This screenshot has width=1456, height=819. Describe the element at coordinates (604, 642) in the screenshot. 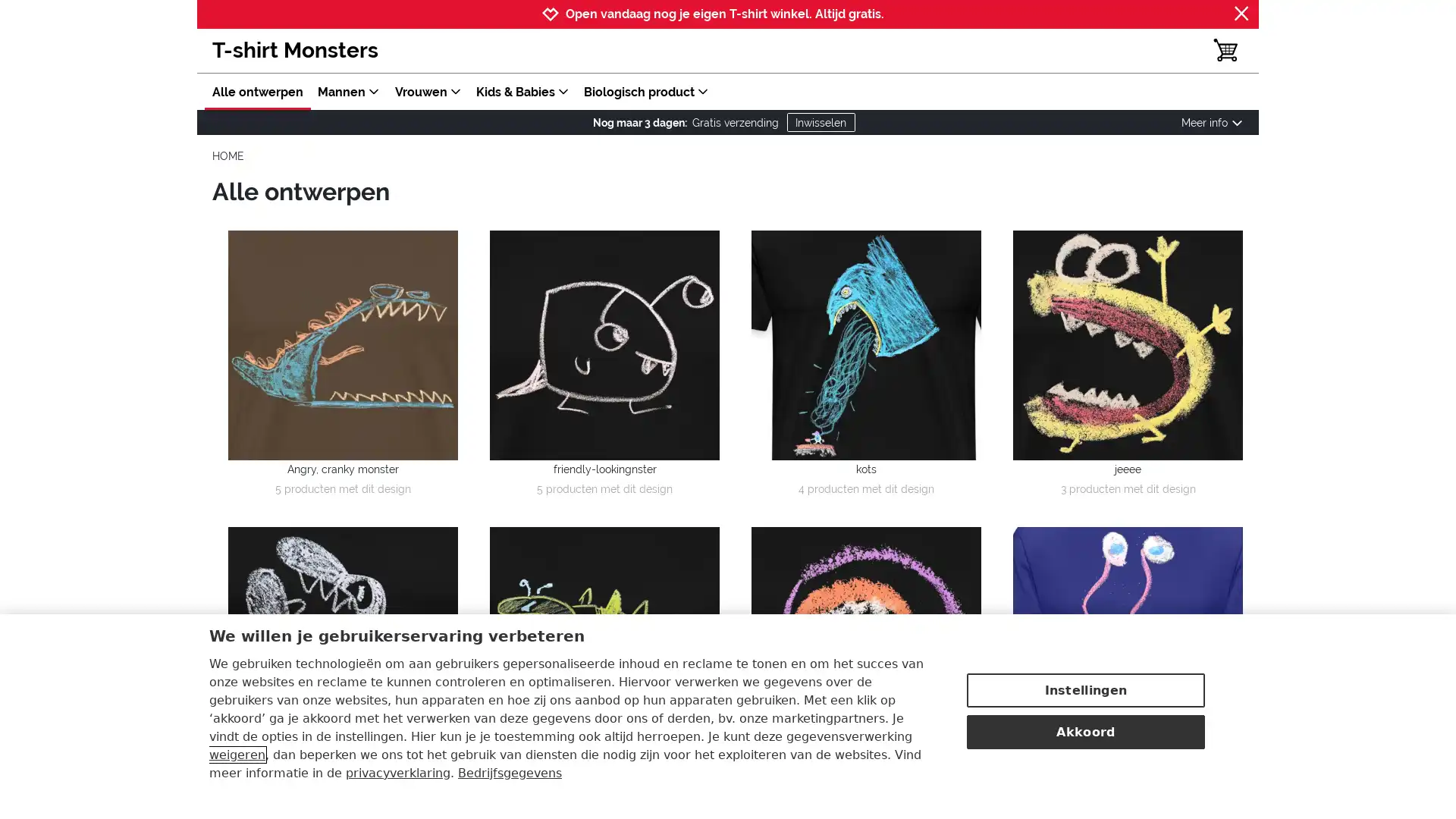

I see `Angry Dino Wasp - Mannen Premium T-shirt` at that location.